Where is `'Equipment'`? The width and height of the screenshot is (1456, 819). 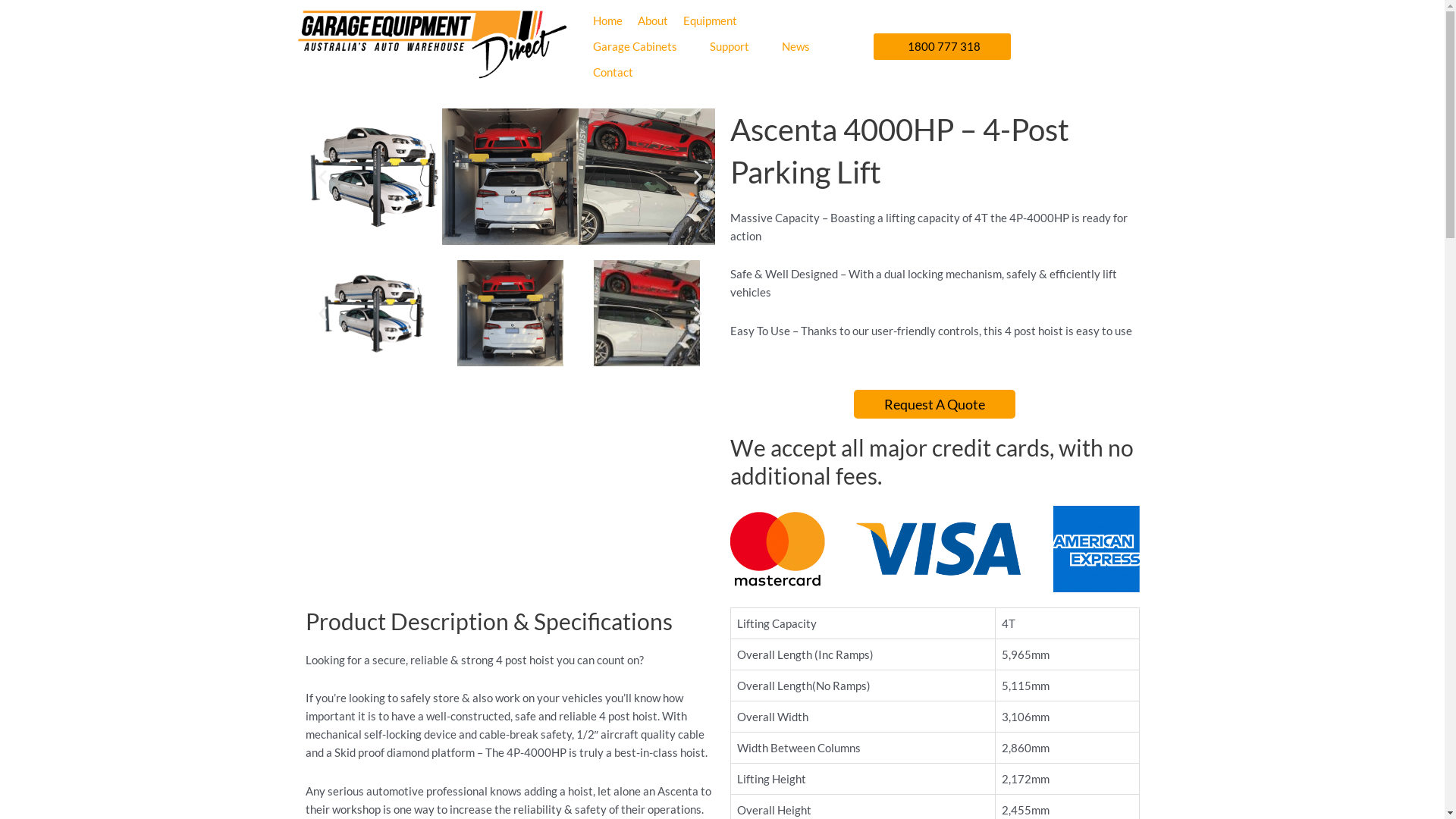 'Equipment' is located at coordinates (709, 20).